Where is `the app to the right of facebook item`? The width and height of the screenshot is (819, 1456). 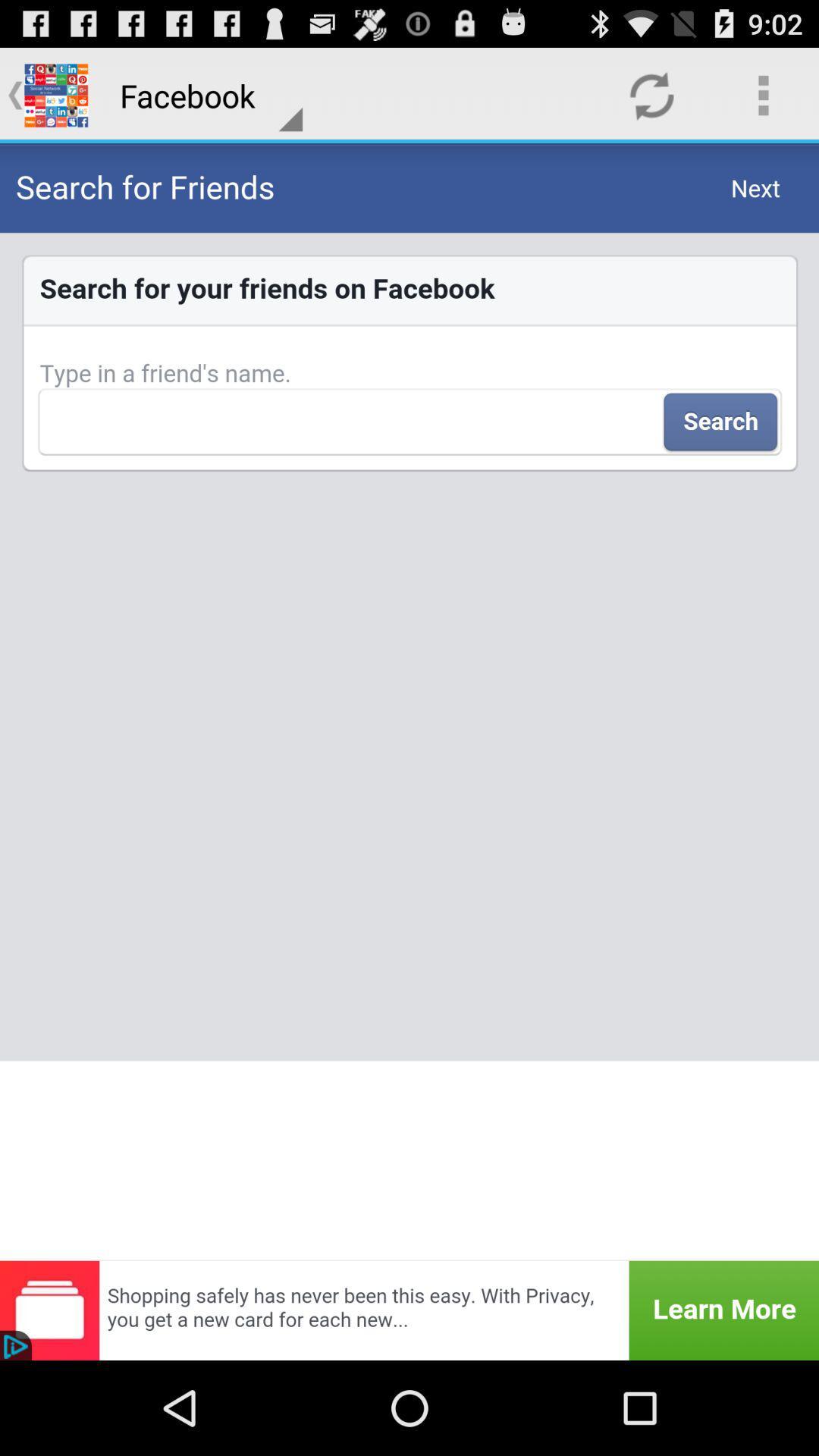
the app to the right of facebook item is located at coordinates (651, 94).